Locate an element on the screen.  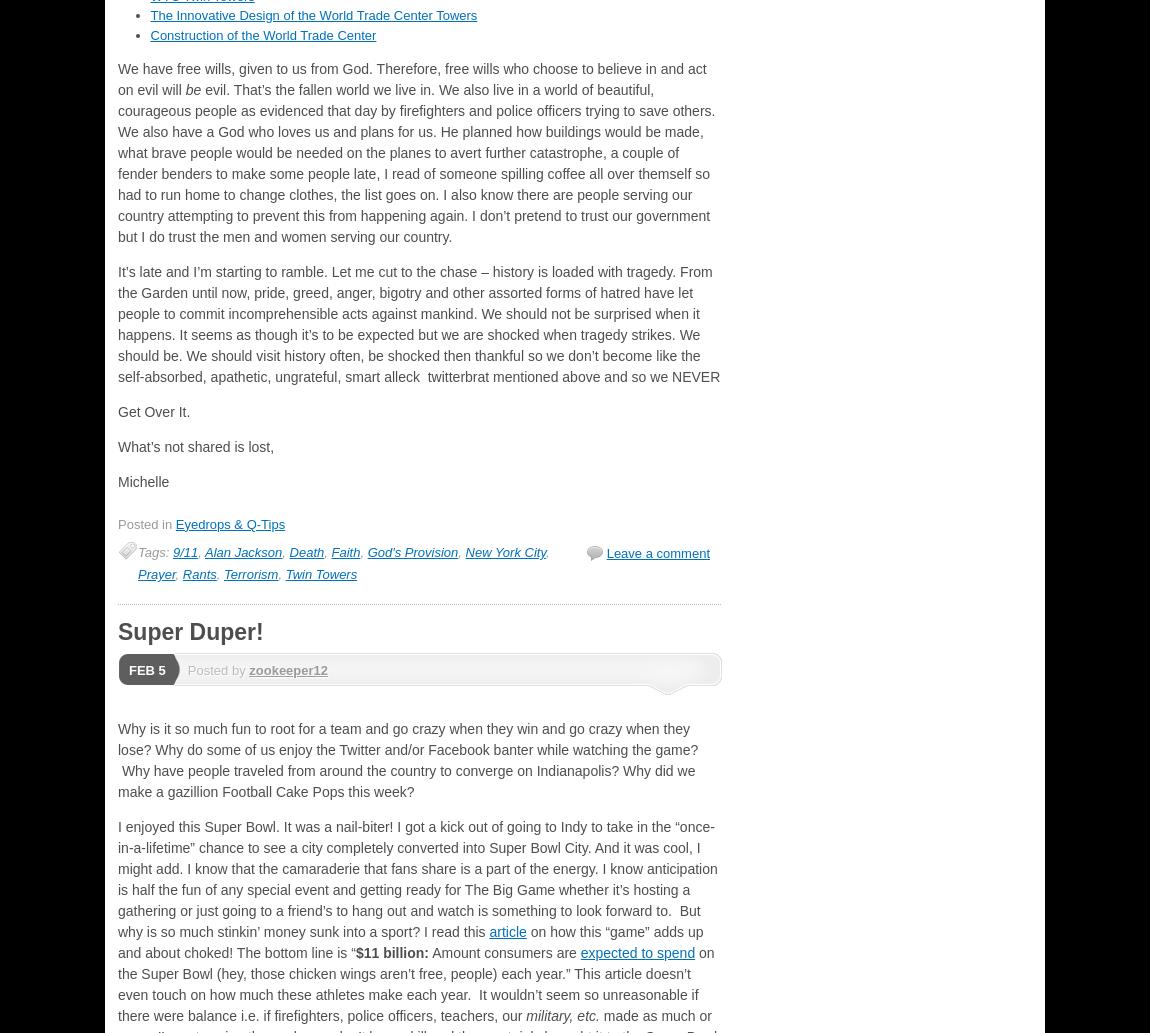
'be' is located at coordinates (194, 89).